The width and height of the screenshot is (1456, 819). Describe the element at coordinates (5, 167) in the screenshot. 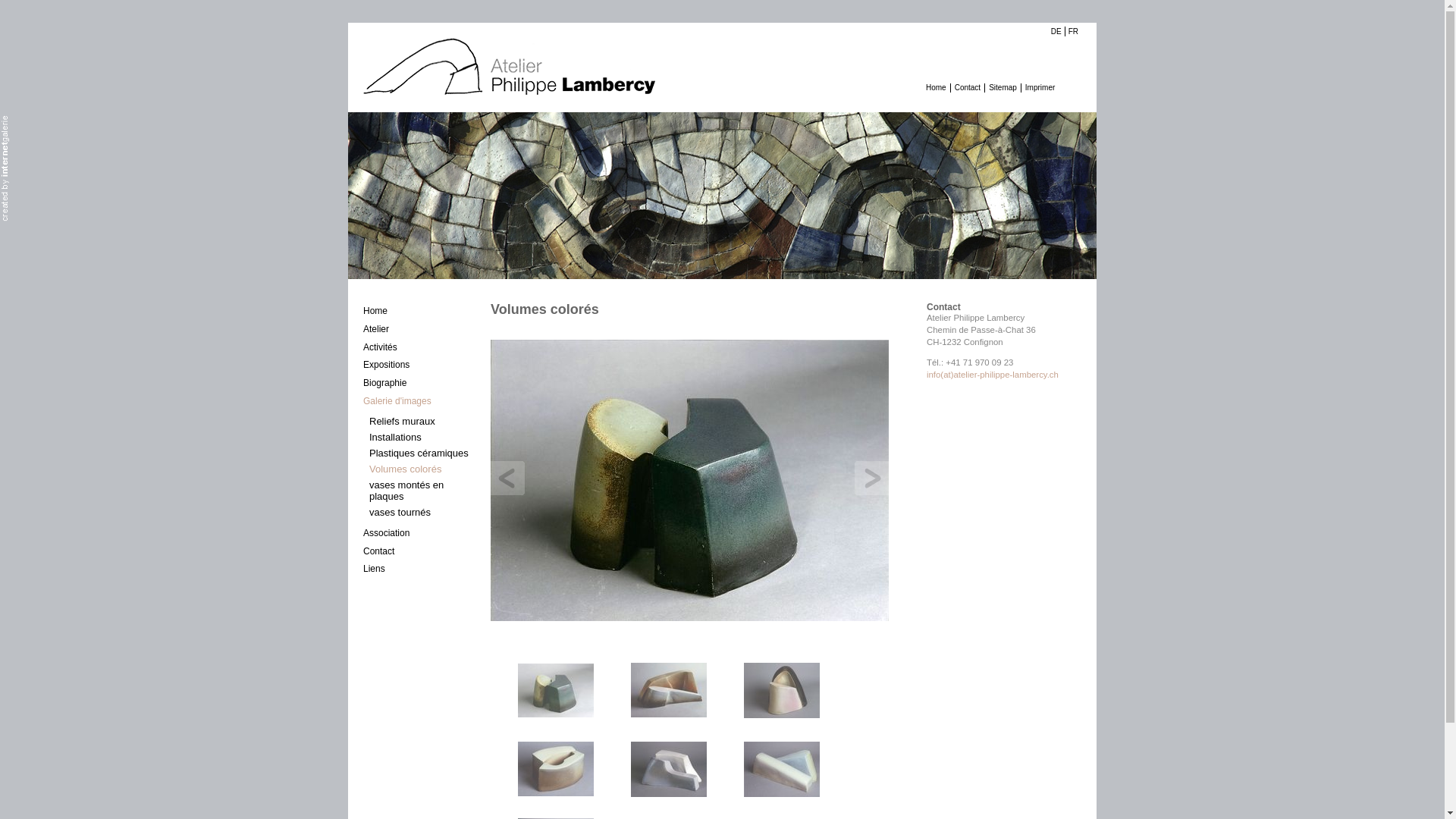

I see `'TYPO3 Agentur Bern, Thun, ganze Schweiz'` at that location.